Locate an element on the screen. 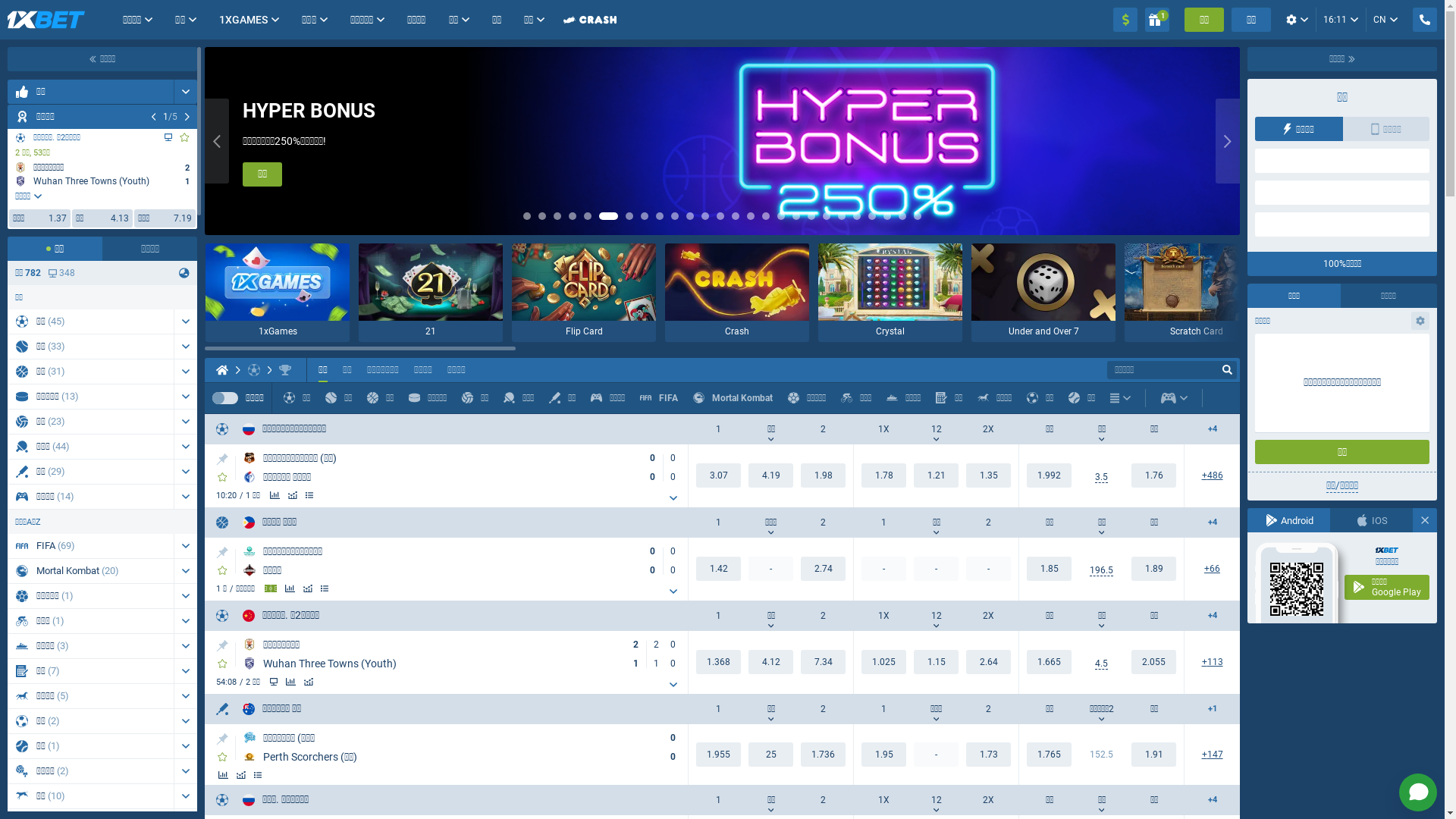  '1.98' is located at coordinates (822, 475).